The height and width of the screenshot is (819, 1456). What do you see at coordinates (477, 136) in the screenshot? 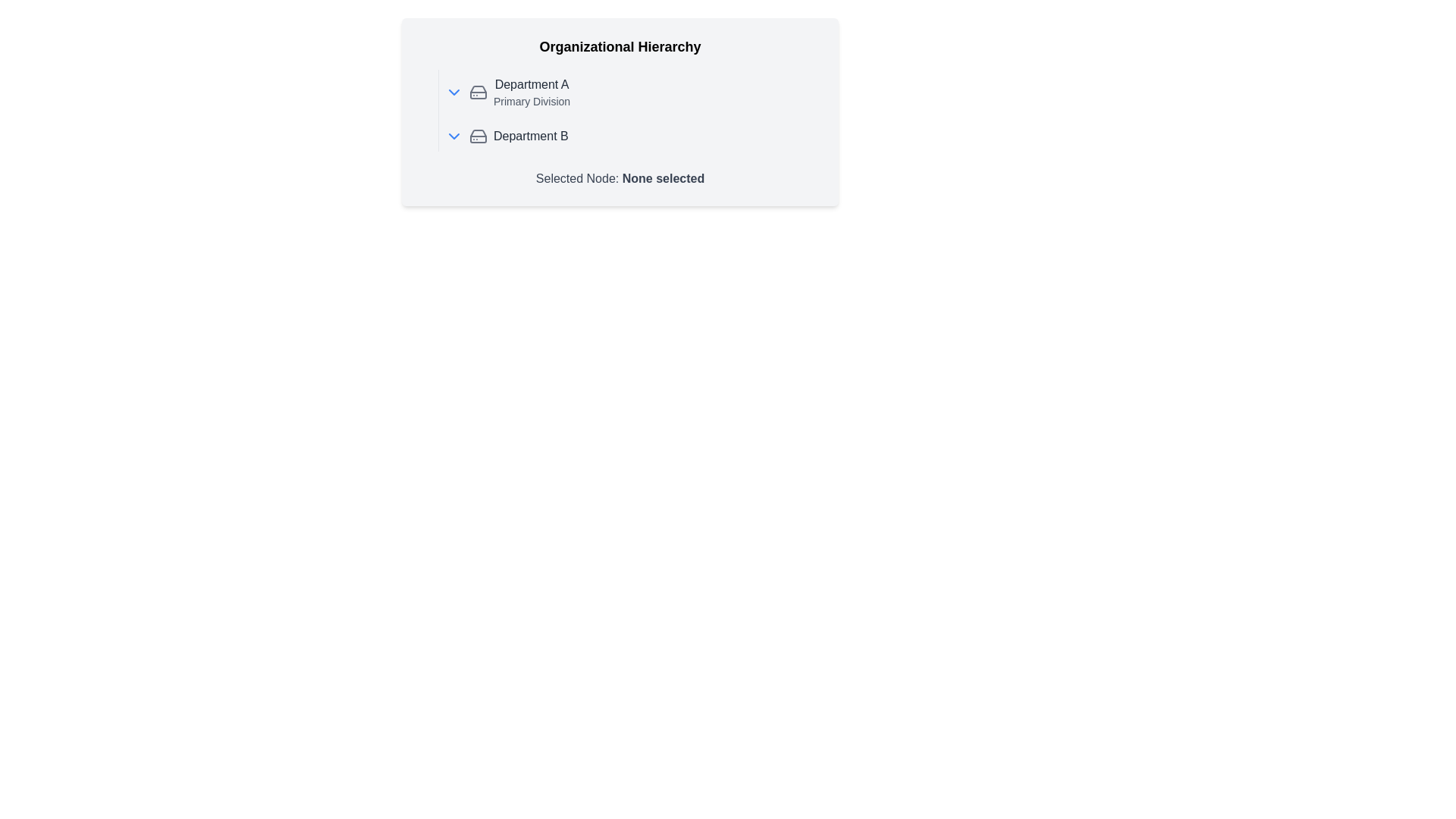
I see `the small gray hard drive icon located to the left of the text 'Department B' in the hierarchical menu` at bounding box center [477, 136].